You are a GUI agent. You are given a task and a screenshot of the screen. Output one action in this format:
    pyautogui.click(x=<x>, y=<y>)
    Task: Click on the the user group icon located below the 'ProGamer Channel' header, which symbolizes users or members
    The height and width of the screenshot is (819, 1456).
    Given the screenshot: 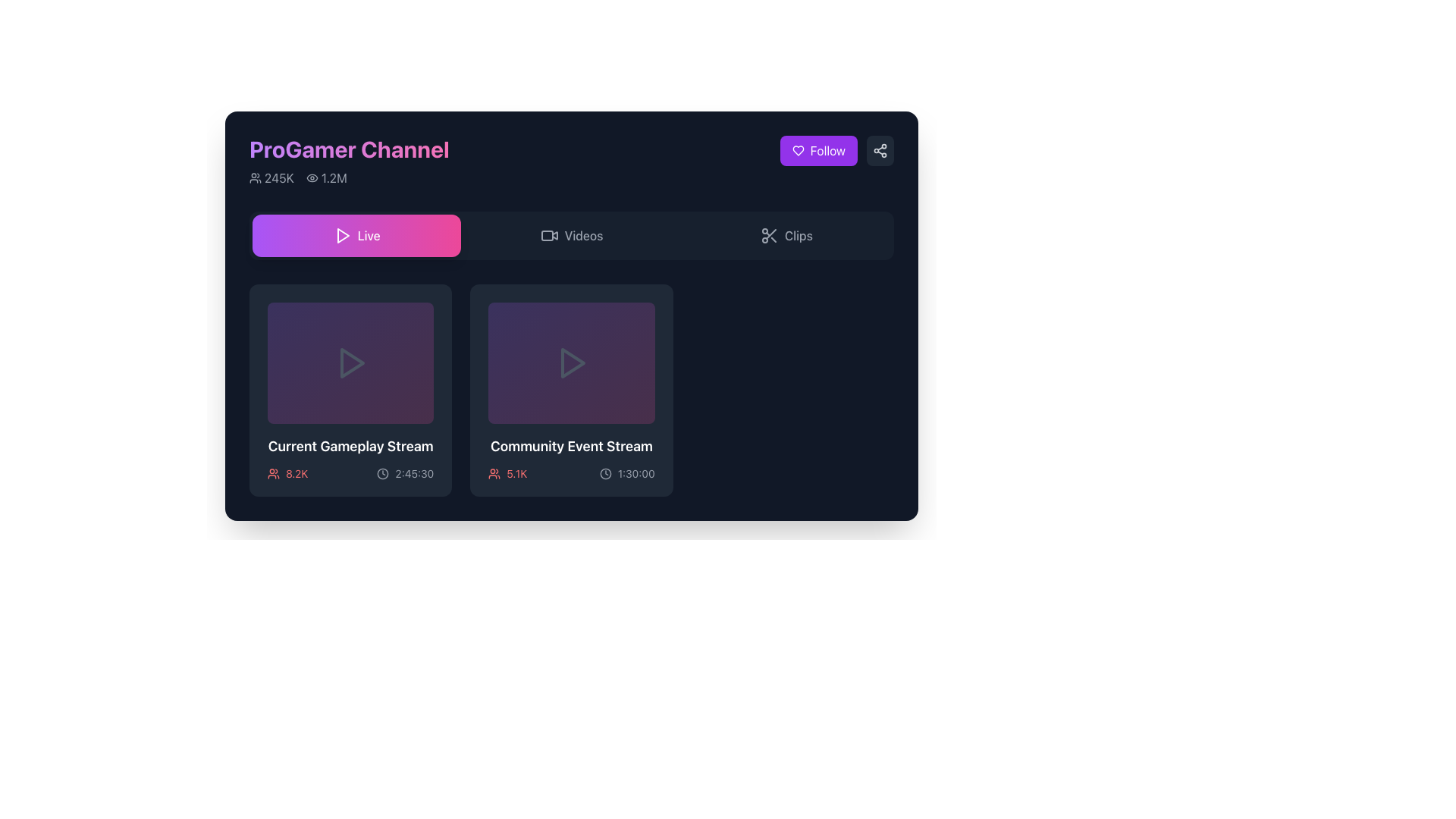 What is the action you would take?
    pyautogui.click(x=255, y=177)
    